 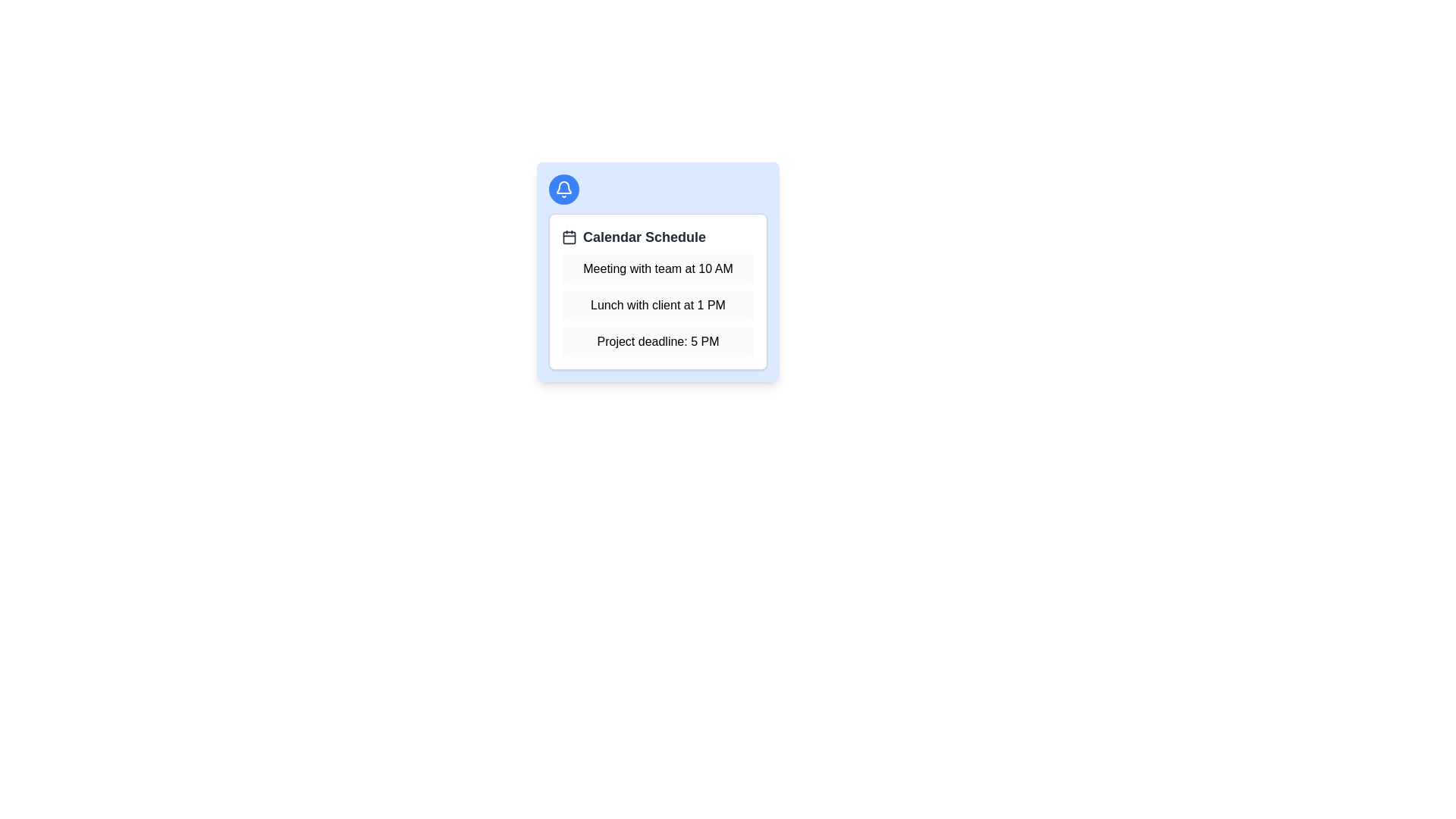 What do you see at coordinates (563, 189) in the screenshot?
I see `the bell icon with a blue background and white outlines located in the top-left corner of the notification center button` at bounding box center [563, 189].